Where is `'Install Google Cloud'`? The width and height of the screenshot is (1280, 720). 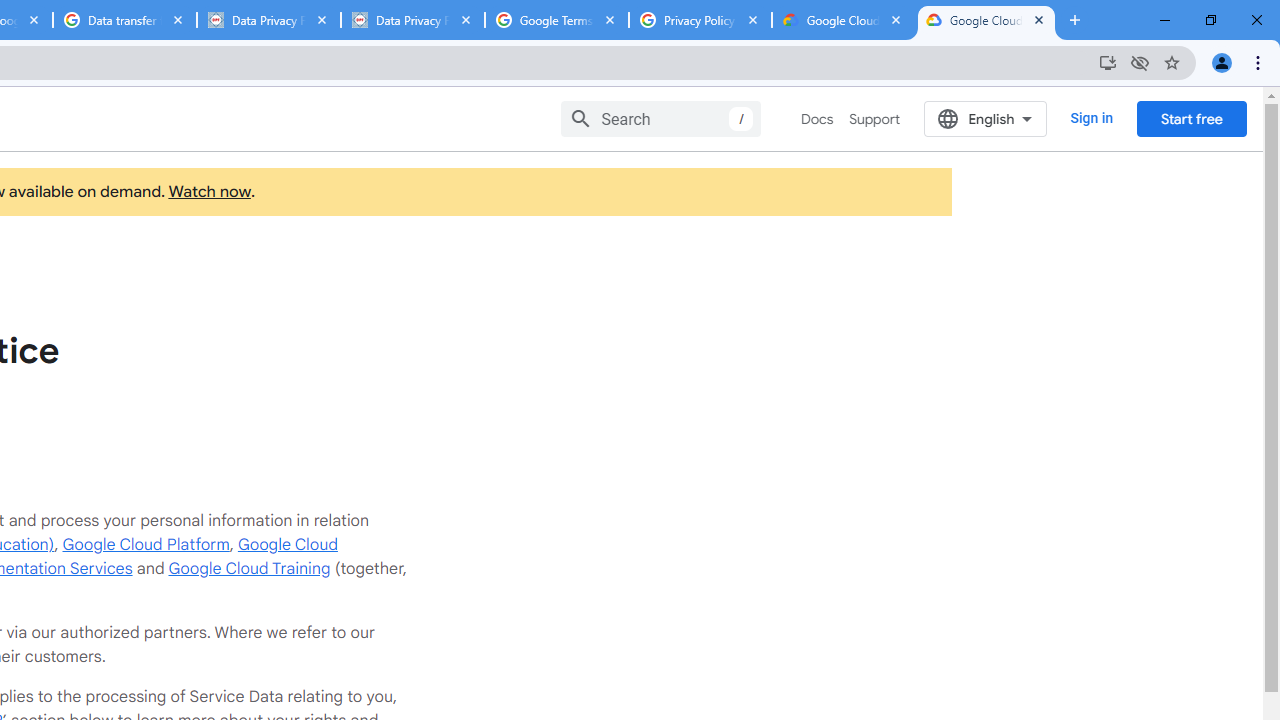 'Install Google Cloud' is located at coordinates (1106, 61).